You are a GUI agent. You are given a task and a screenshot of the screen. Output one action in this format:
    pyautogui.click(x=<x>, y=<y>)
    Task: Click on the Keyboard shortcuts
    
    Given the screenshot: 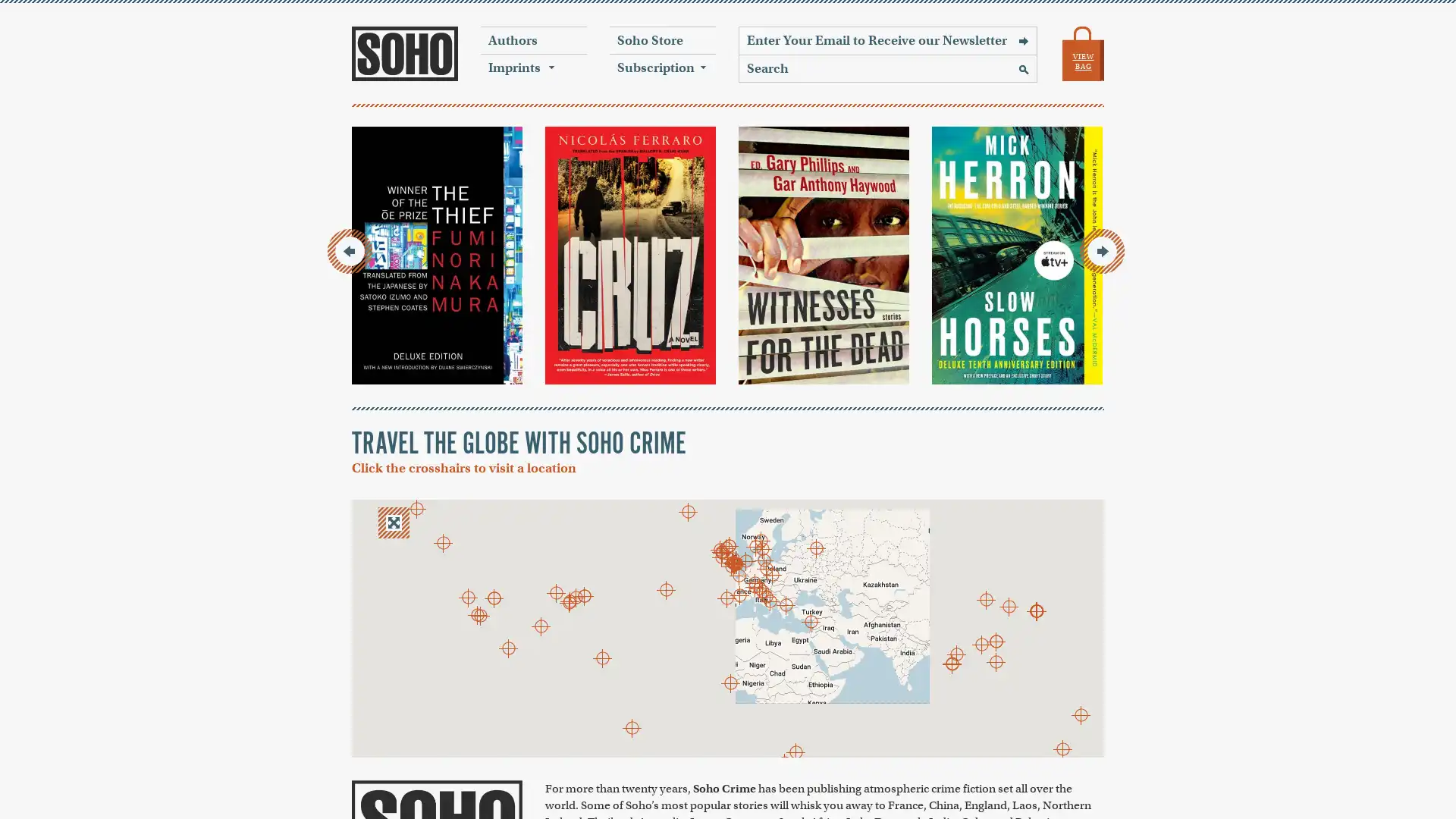 What is the action you would take?
    pyautogui.click(x=948, y=752)
    